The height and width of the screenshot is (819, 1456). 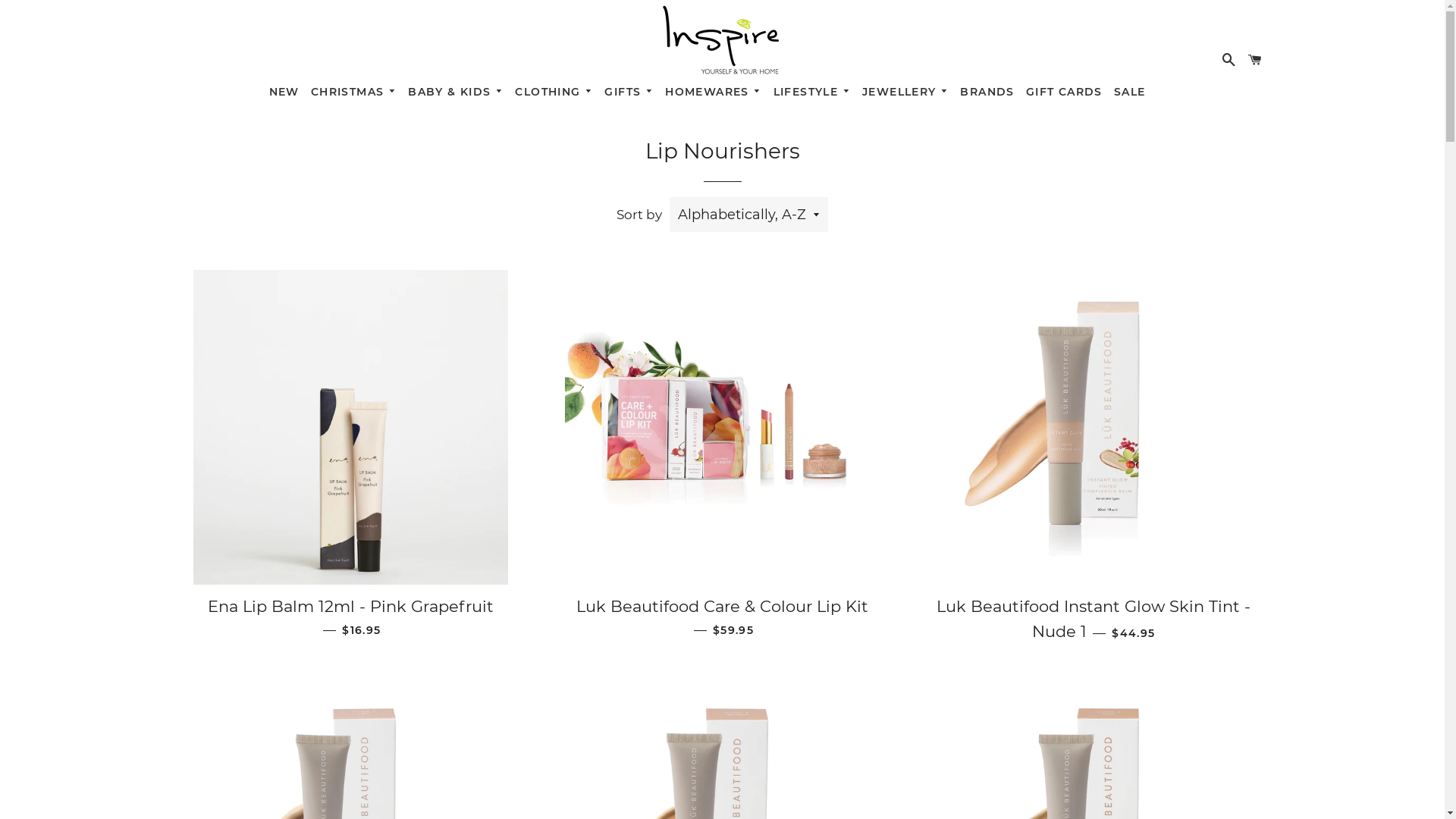 What do you see at coordinates (987, 89) in the screenshot?
I see `'BRANDS'` at bounding box center [987, 89].